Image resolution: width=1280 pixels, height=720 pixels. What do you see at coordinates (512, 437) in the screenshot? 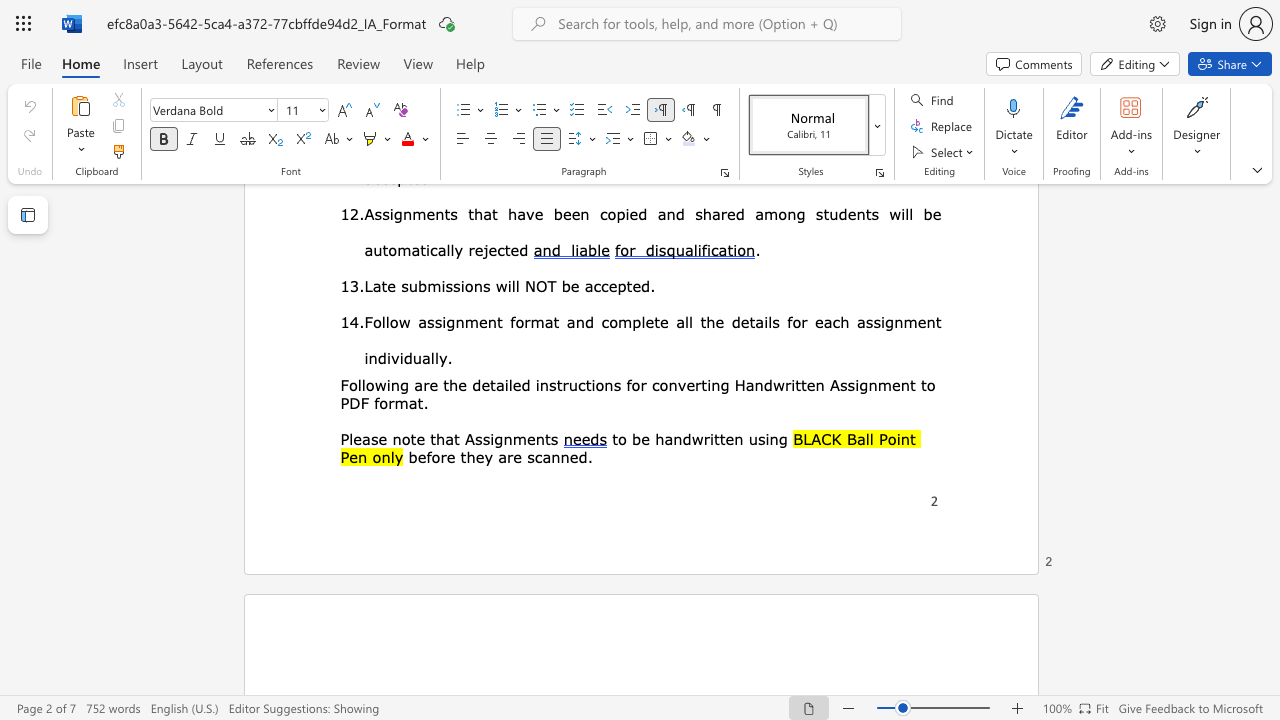
I see `the subset text "me" within the text "Please note that Assignments"` at bounding box center [512, 437].